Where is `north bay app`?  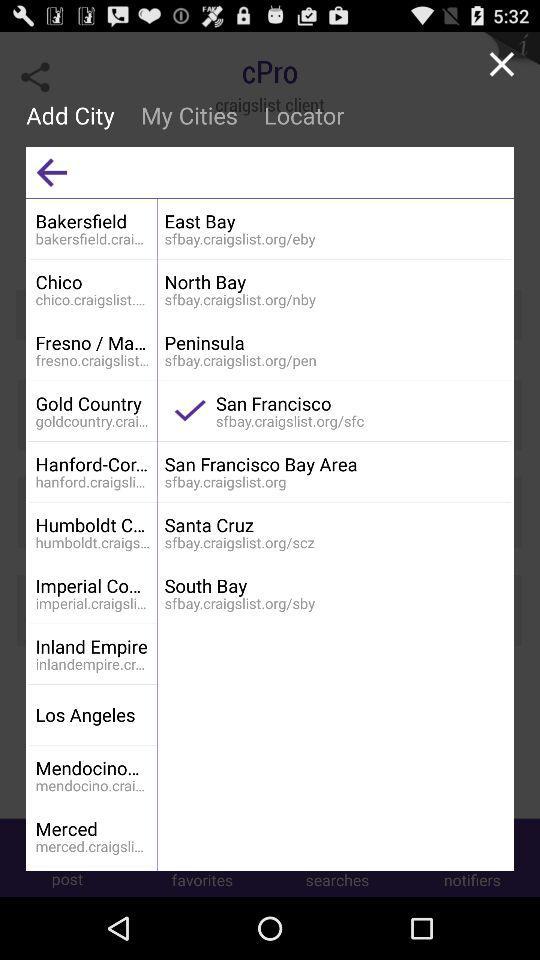 north bay app is located at coordinates (334, 281).